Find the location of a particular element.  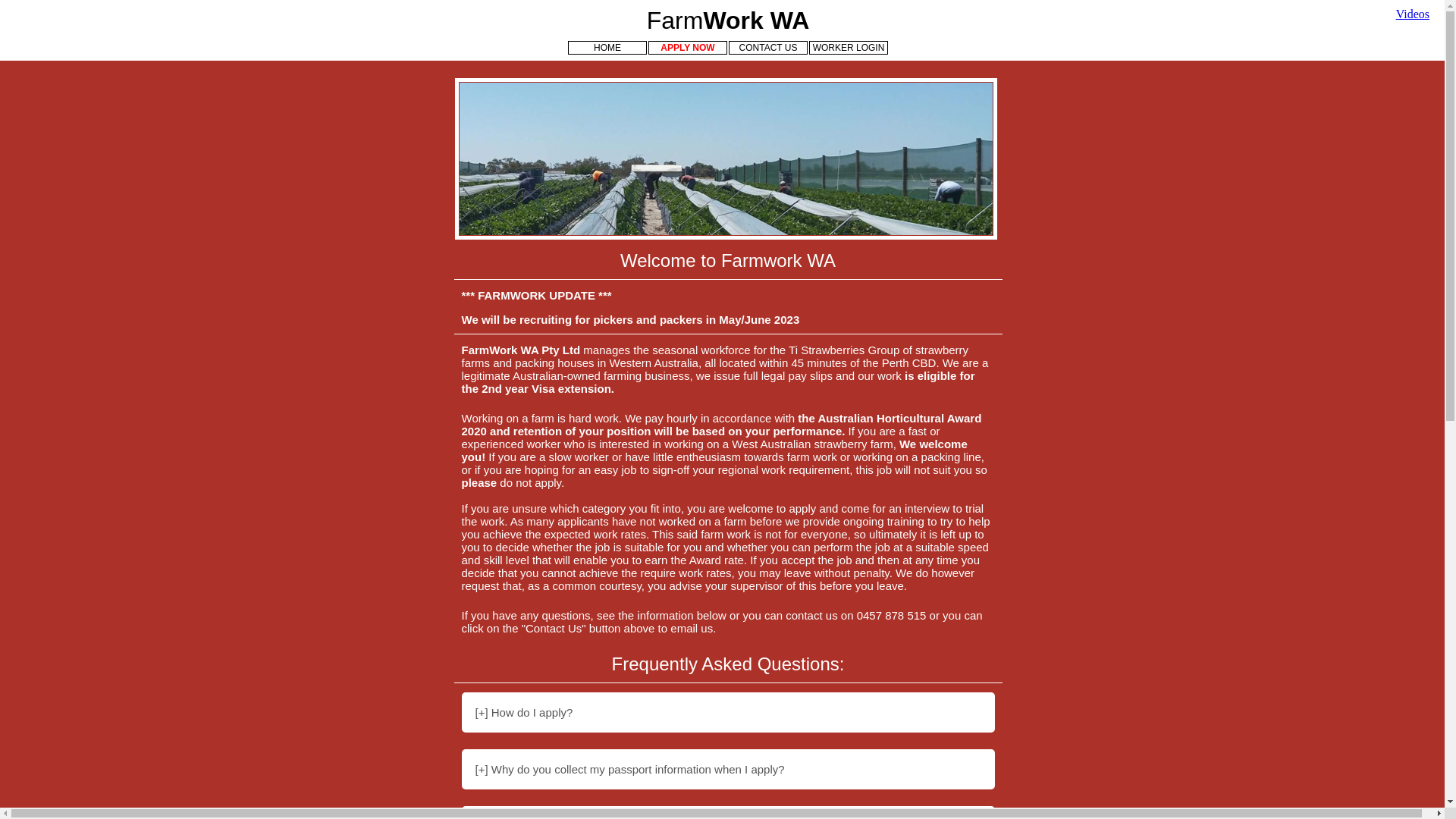

'[+] How do I apply?' is located at coordinates (726, 712).